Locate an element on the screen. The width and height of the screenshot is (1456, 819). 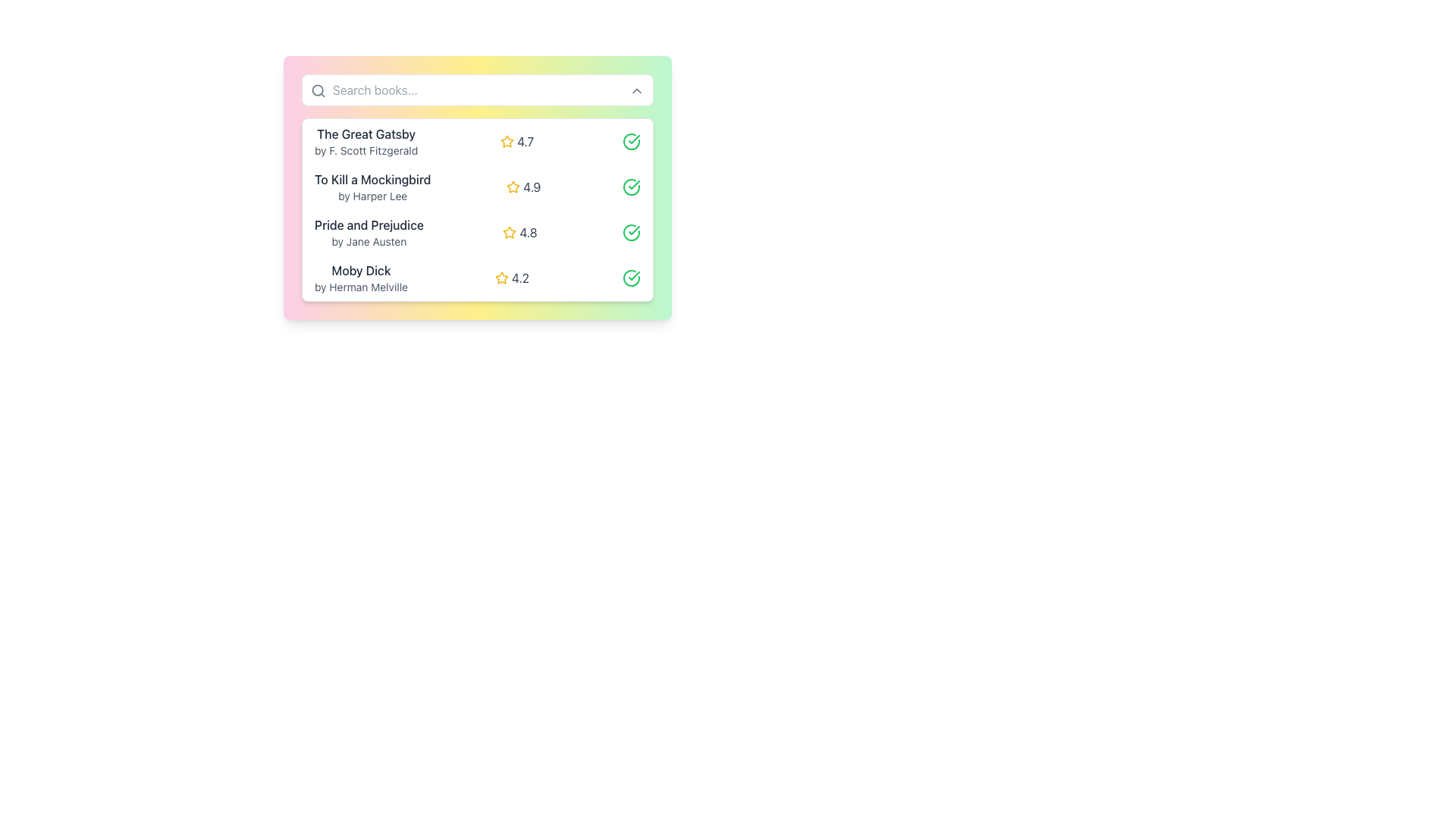
the circular green check icon located next to the rating text '4.2' for the book 'Moby Dick by Herman Melville' is located at coordinates (631, 278).